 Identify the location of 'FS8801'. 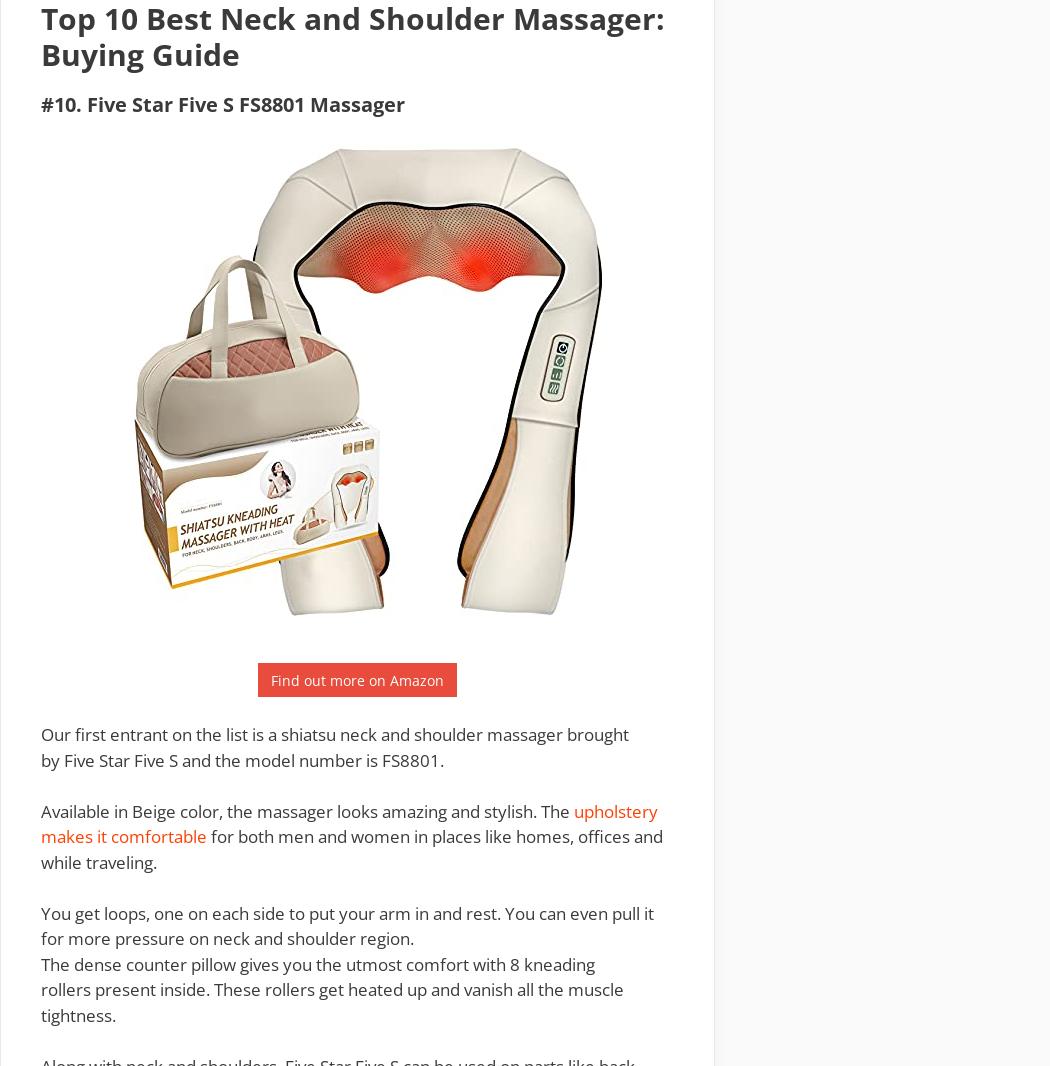
(410, 758).